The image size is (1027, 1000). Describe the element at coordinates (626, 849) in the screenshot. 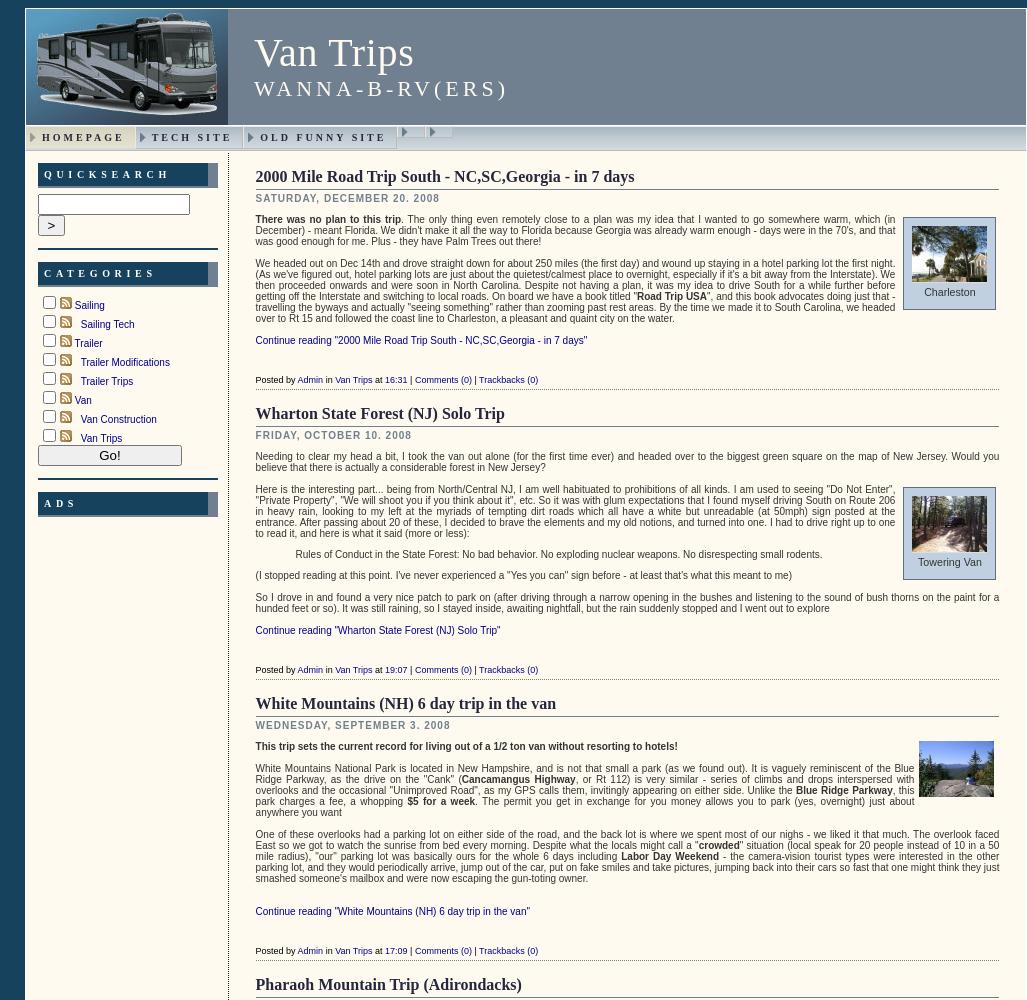

I see `'" situation (local speak for 20 people instead of 10 in a 50 mile radius), "our" parking lot was basically ours for the whole 6 days including'` at that location.